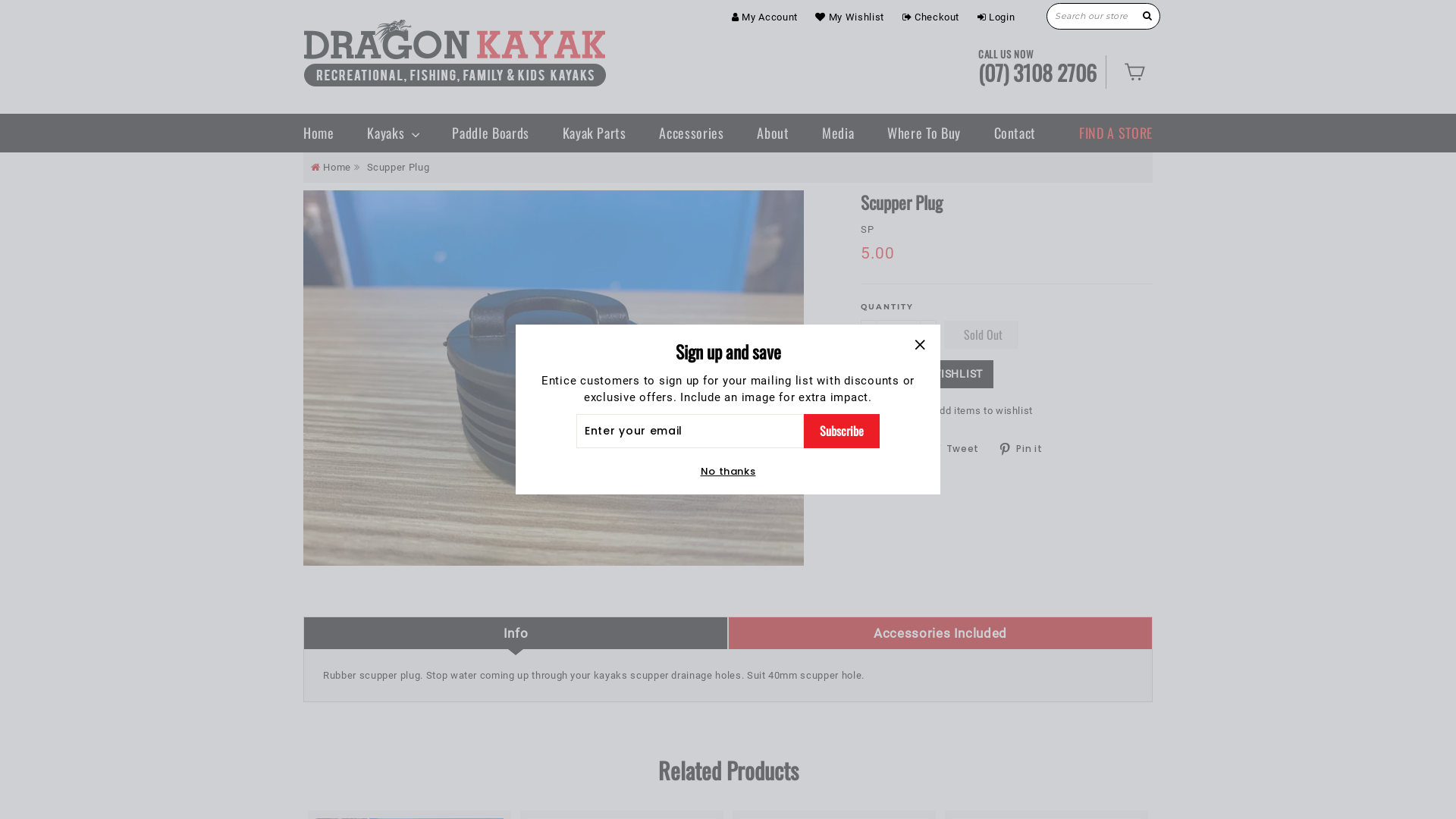 Image resolution: width=1456 pixels, height=819 pixels. Describe the element at coordinates (516, 632) in the screenshot. I see `'Info'` at that location.